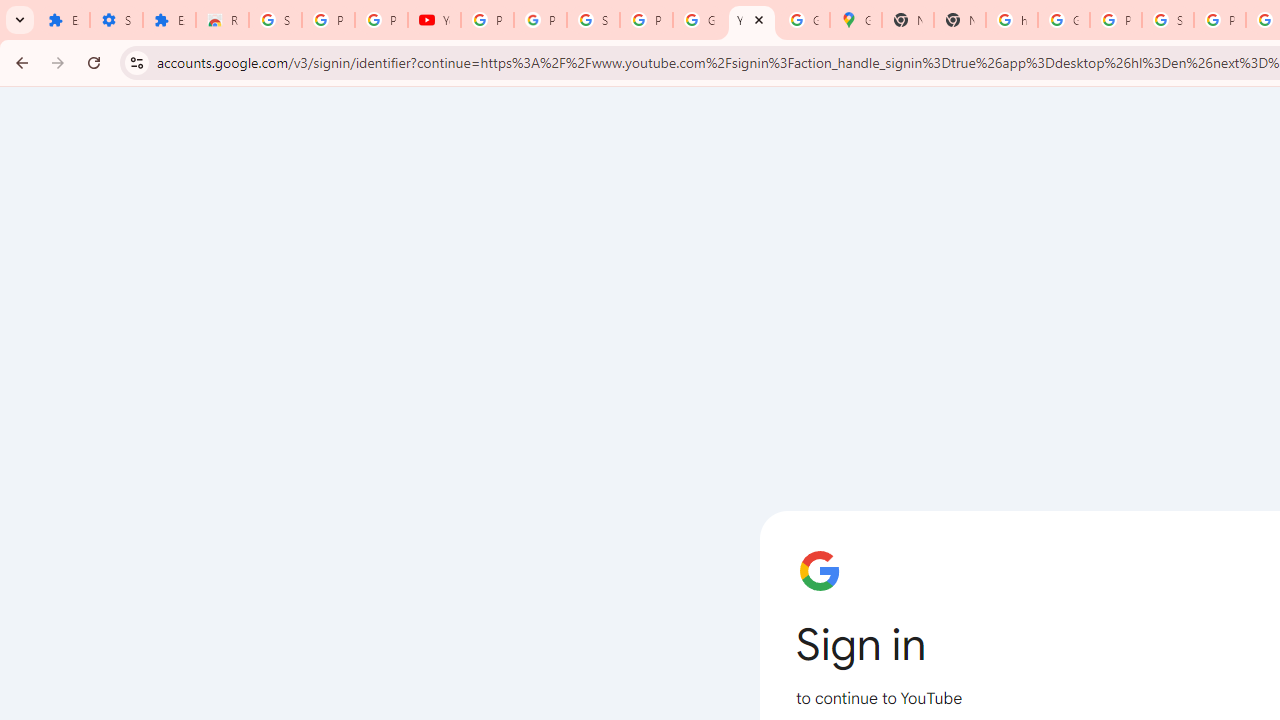 This screenshot has width=1280, height=720. I want to click on 'Reviews: Helix Fruit Jump Arcade Game', so click(222, 20).